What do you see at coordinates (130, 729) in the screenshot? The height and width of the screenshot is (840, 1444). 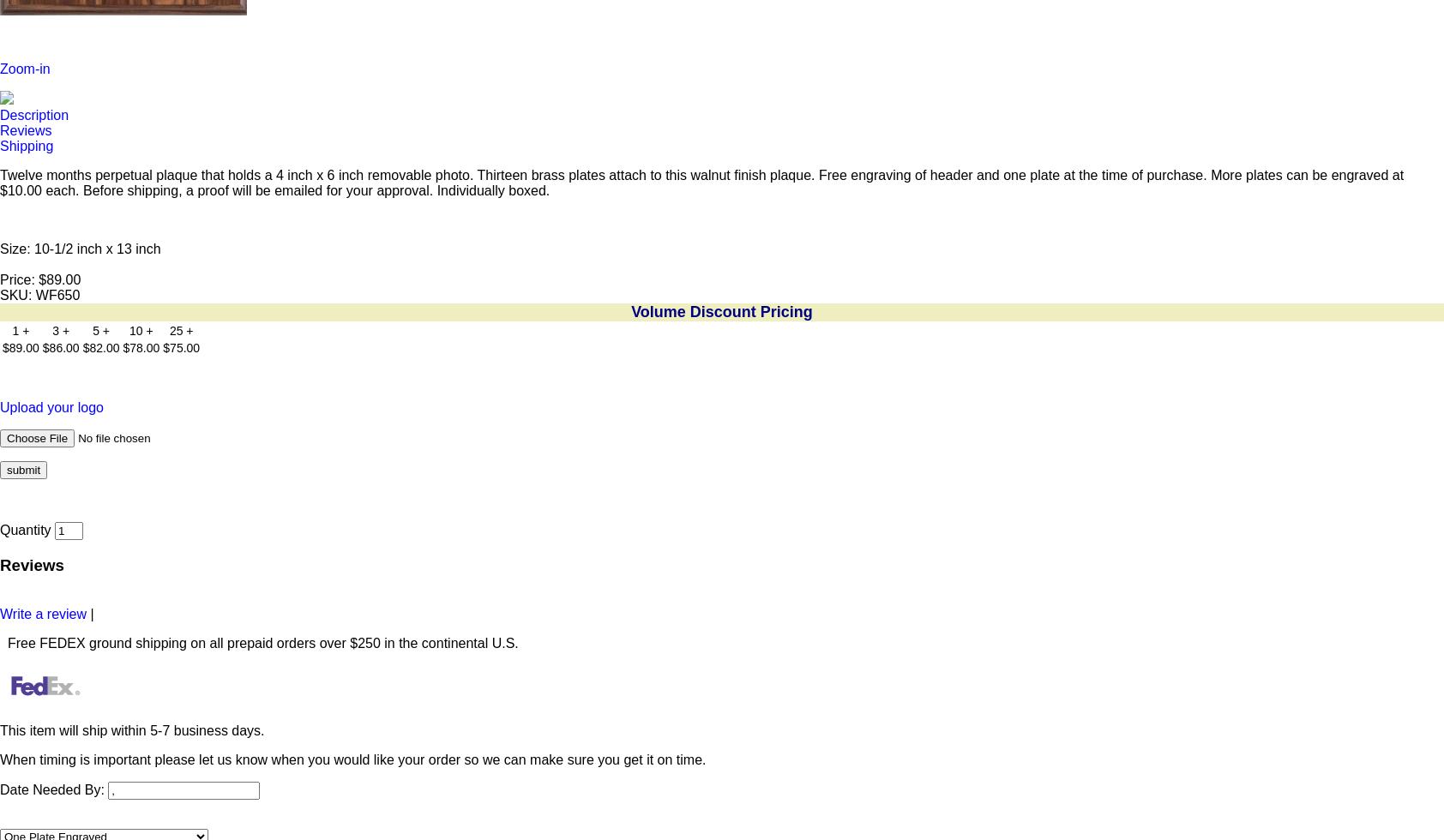 I see `'This item will ship within 5-7 business days.'` at bounding box center [130, 729].